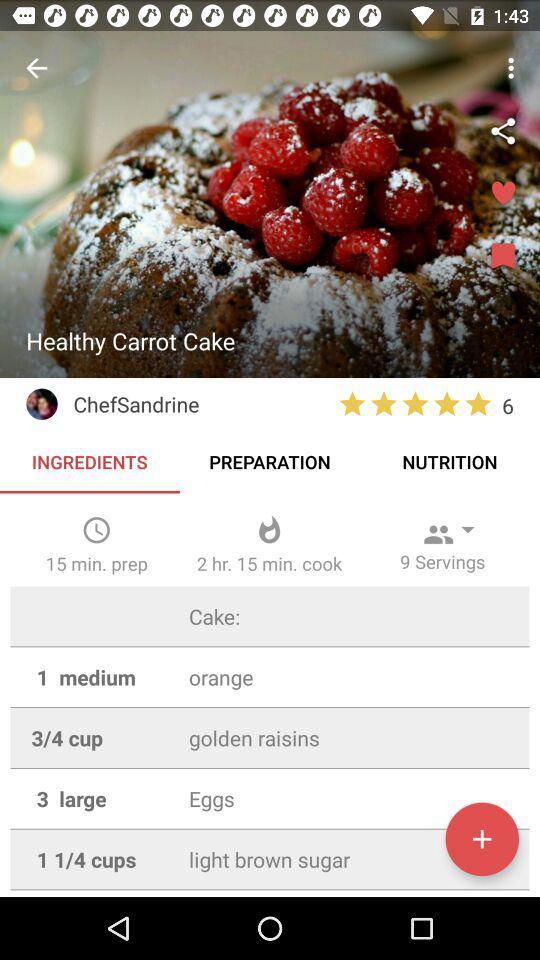 Image resolution: width=540 pixels, height=960 pixels. I want to click on like button, so click(502, 194).